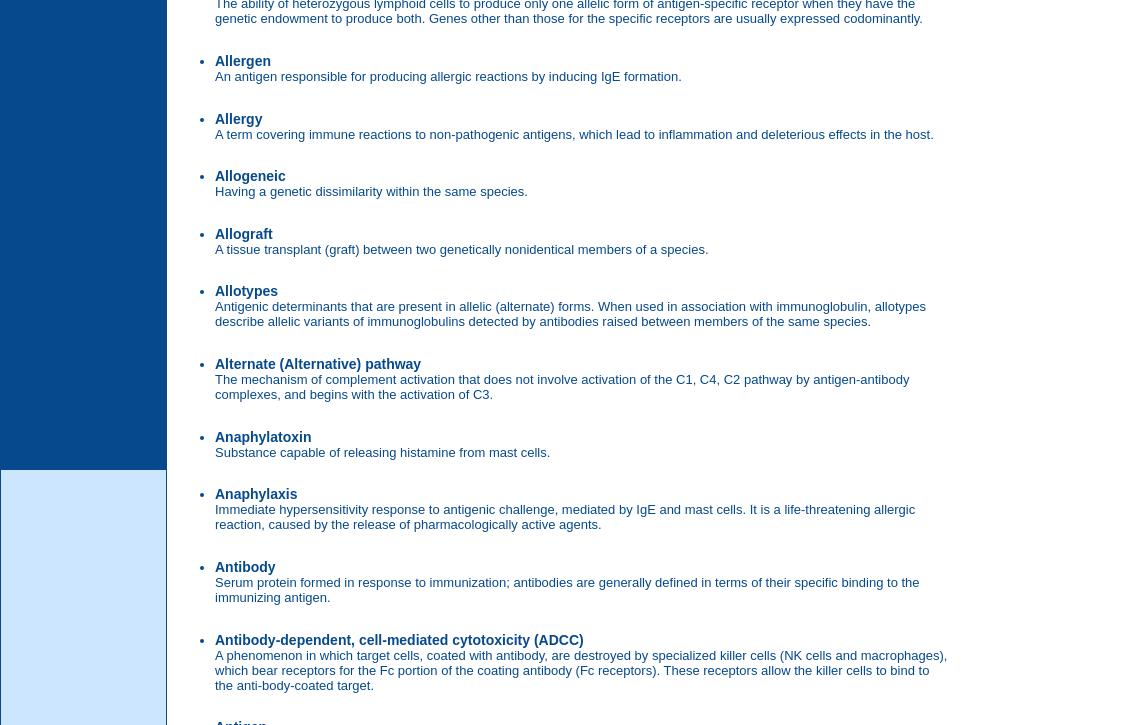 This screenshot has width=1125, height=725. I want to click on 'Allergy', so click(237, 118).